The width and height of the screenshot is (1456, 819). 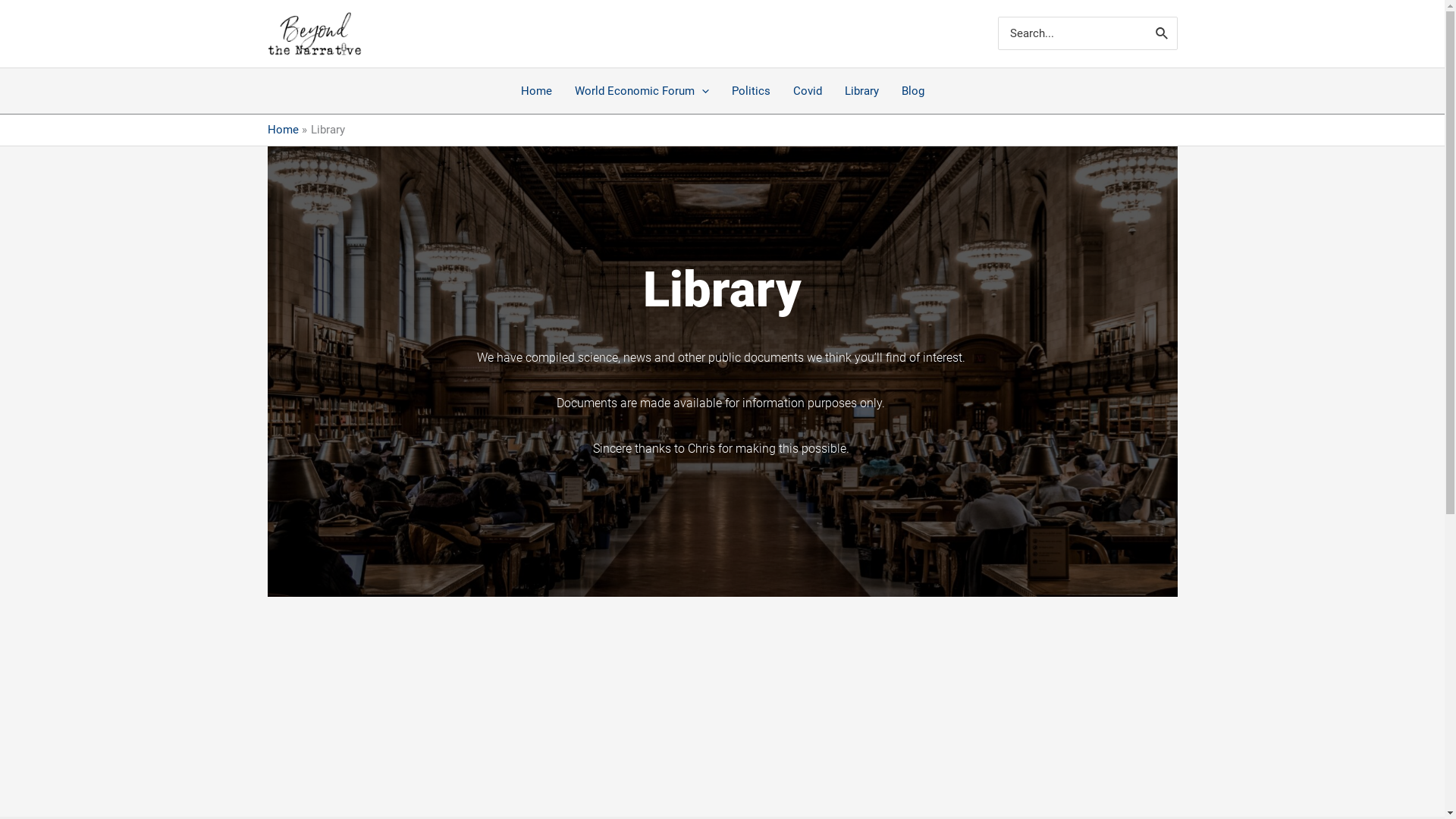 What do you see at coordinates (781, 90) in the screenshot?
I see `'Covid'` at bounding box center [781, 90].